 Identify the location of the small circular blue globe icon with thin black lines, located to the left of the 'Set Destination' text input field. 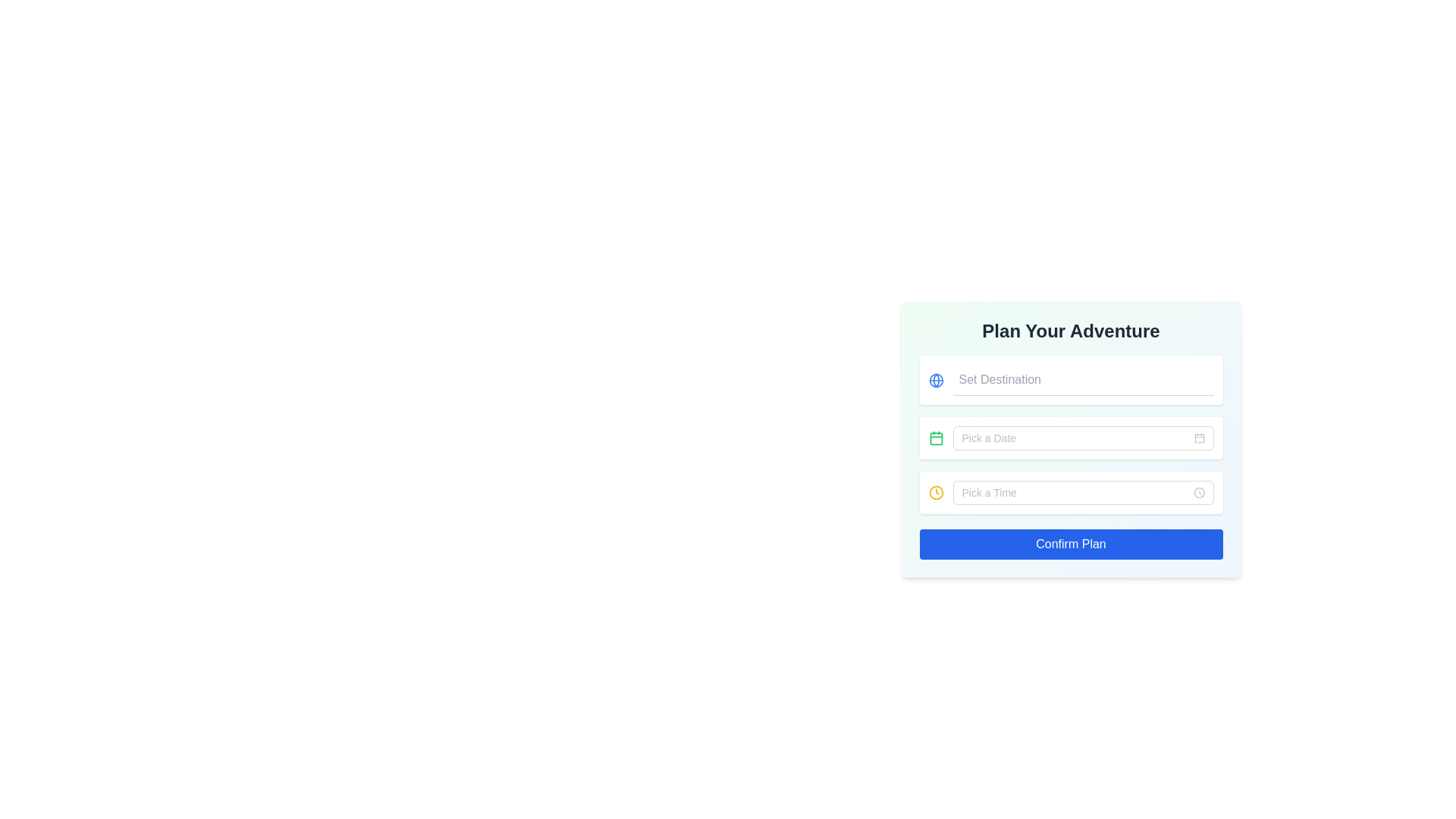
(935, 379).